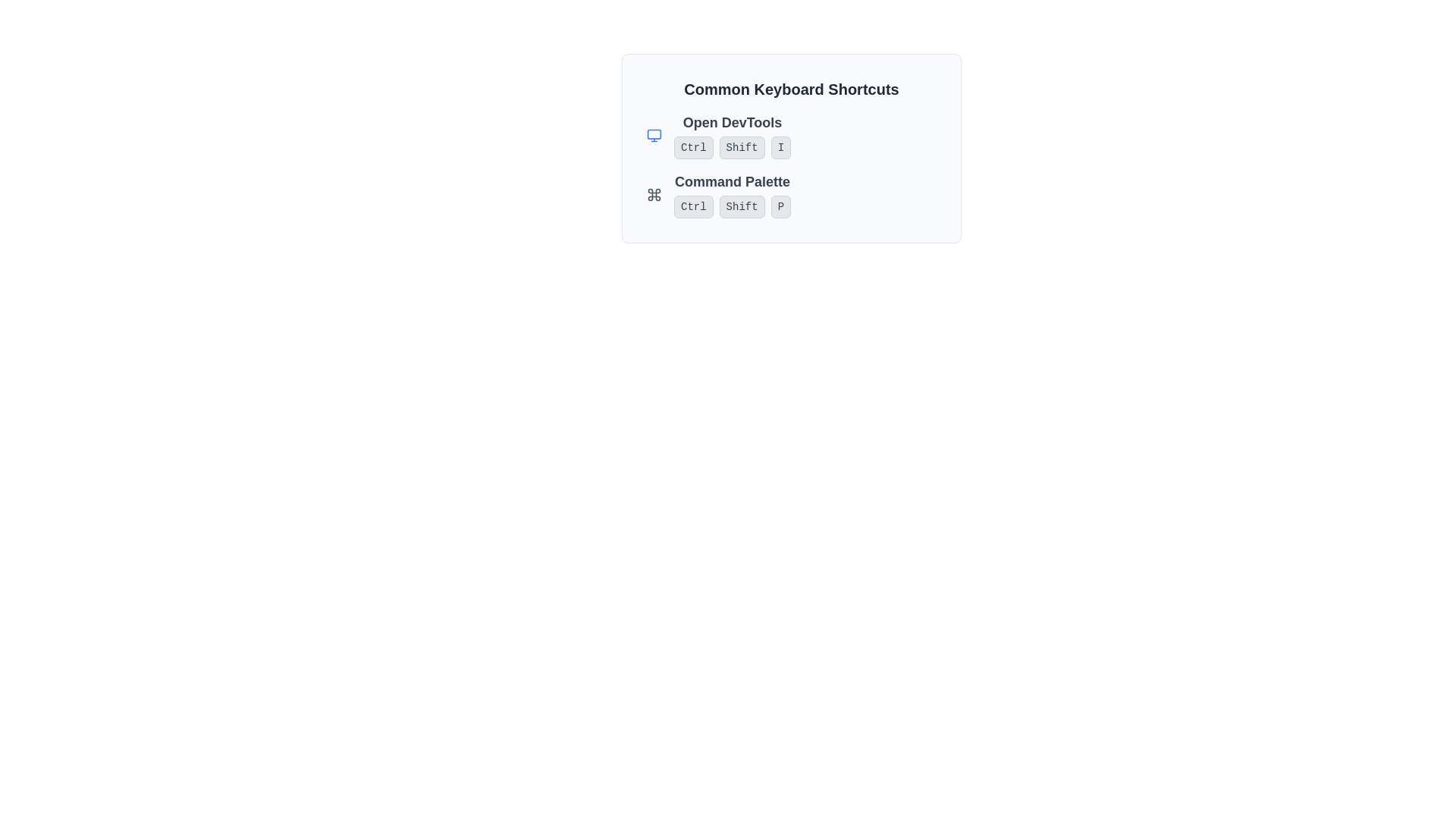 The width and height of the screenshot is (1456, 819). What do you see at coordinates (692, 207) in the screenshot?
I see `the 'Ctrl' keyboard key component, which is a rectangular button with gray background and dark gray text in a monospaced font, located in the 'Command Palette' section of the 'Common Keyboard Shortcuts' panel` at bounding box center [692, 207].